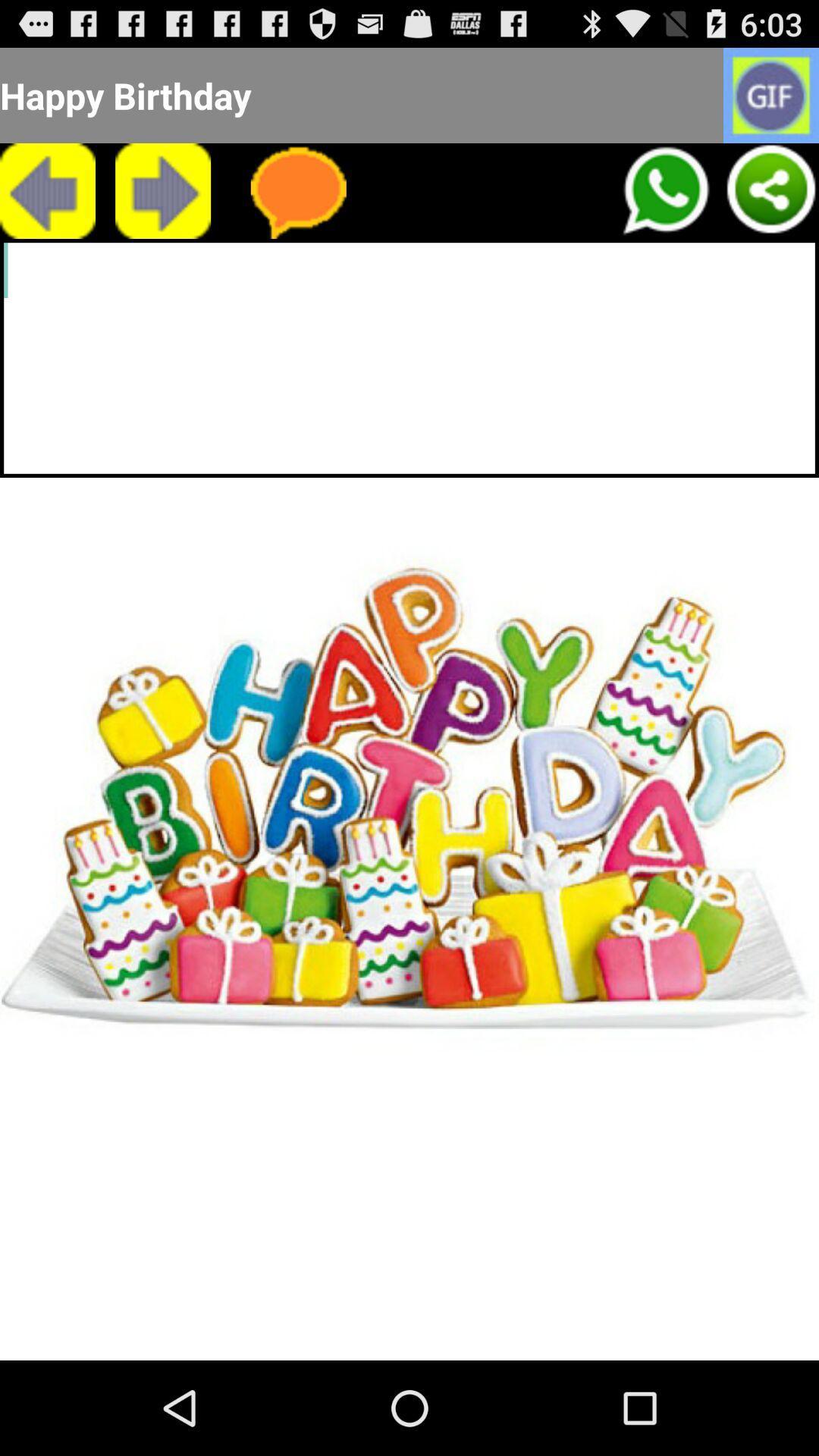 Image resolution: width=819 pixels, height=1456 pixels. What do you see at coordinates (298, 203) in the screenshot?
I see `the chat icon` at bounding box center [298, 203].